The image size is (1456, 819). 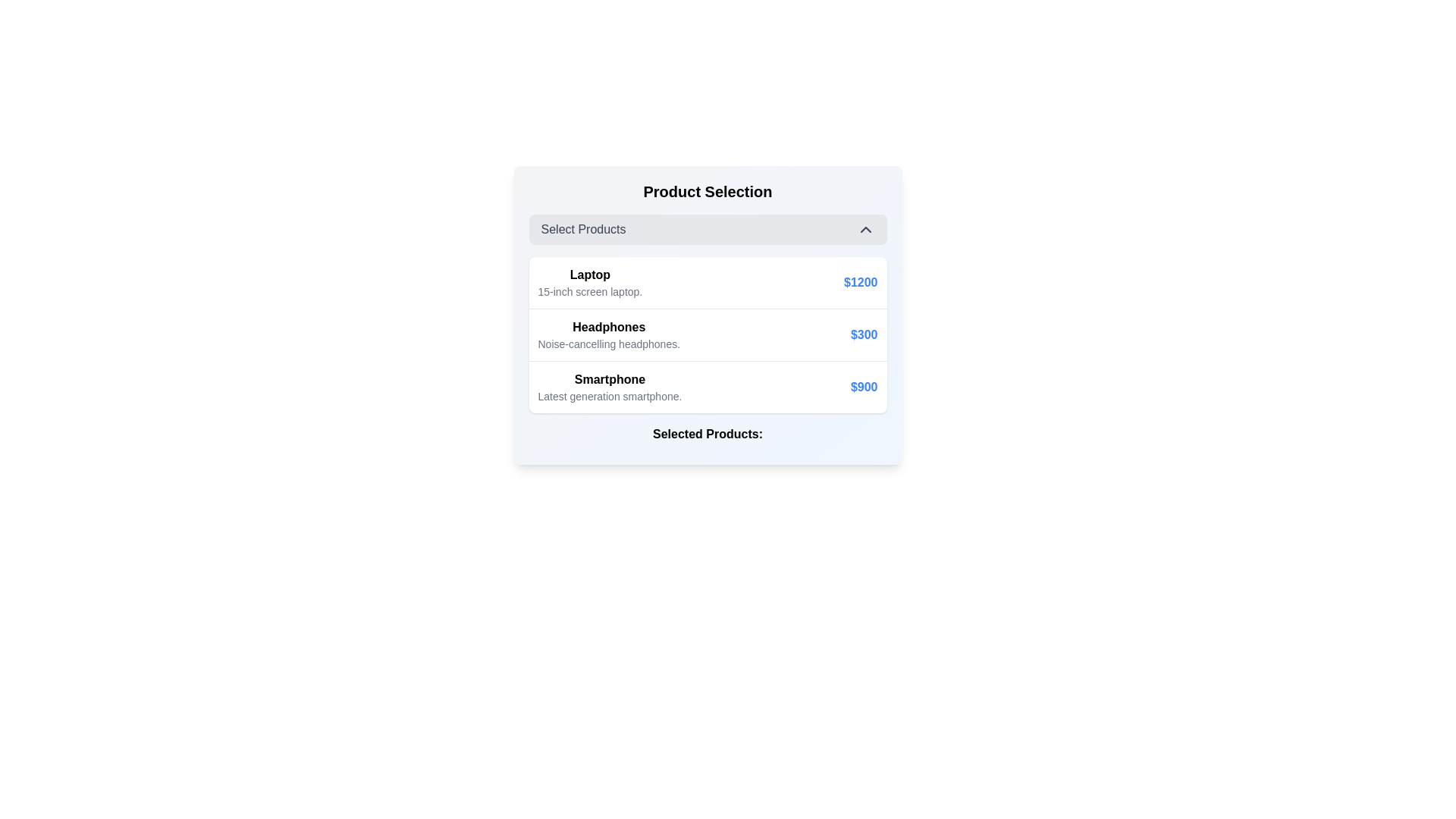 What do you see at coordinates (707, 334) in the screenshot?
I see `the second item` at bounding box center [707, 334].